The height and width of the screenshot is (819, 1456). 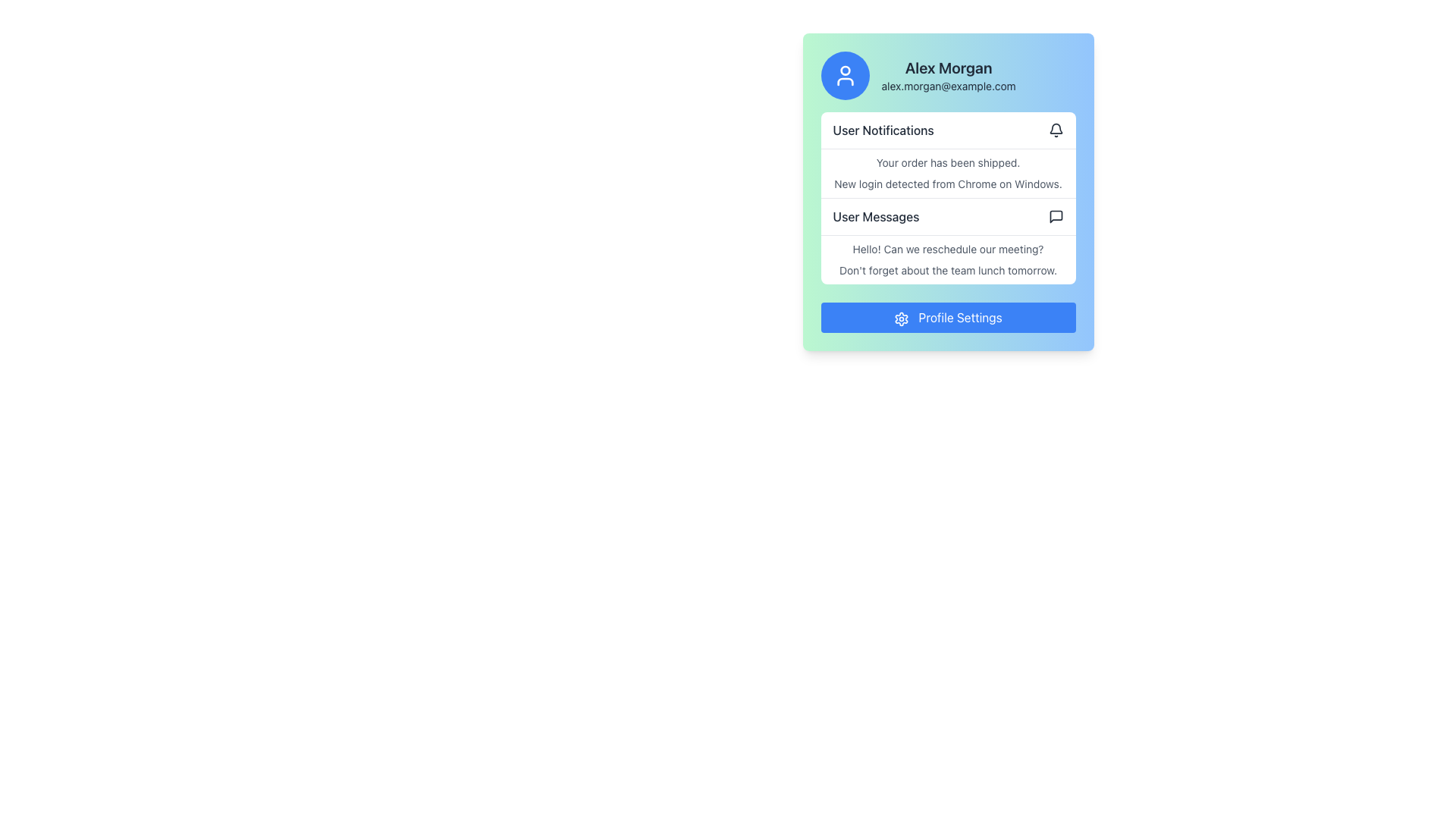 I want to click on the gray bell icon located on the right-hand side of the 'User Notifications' section header, so click(x=1055, y=130).